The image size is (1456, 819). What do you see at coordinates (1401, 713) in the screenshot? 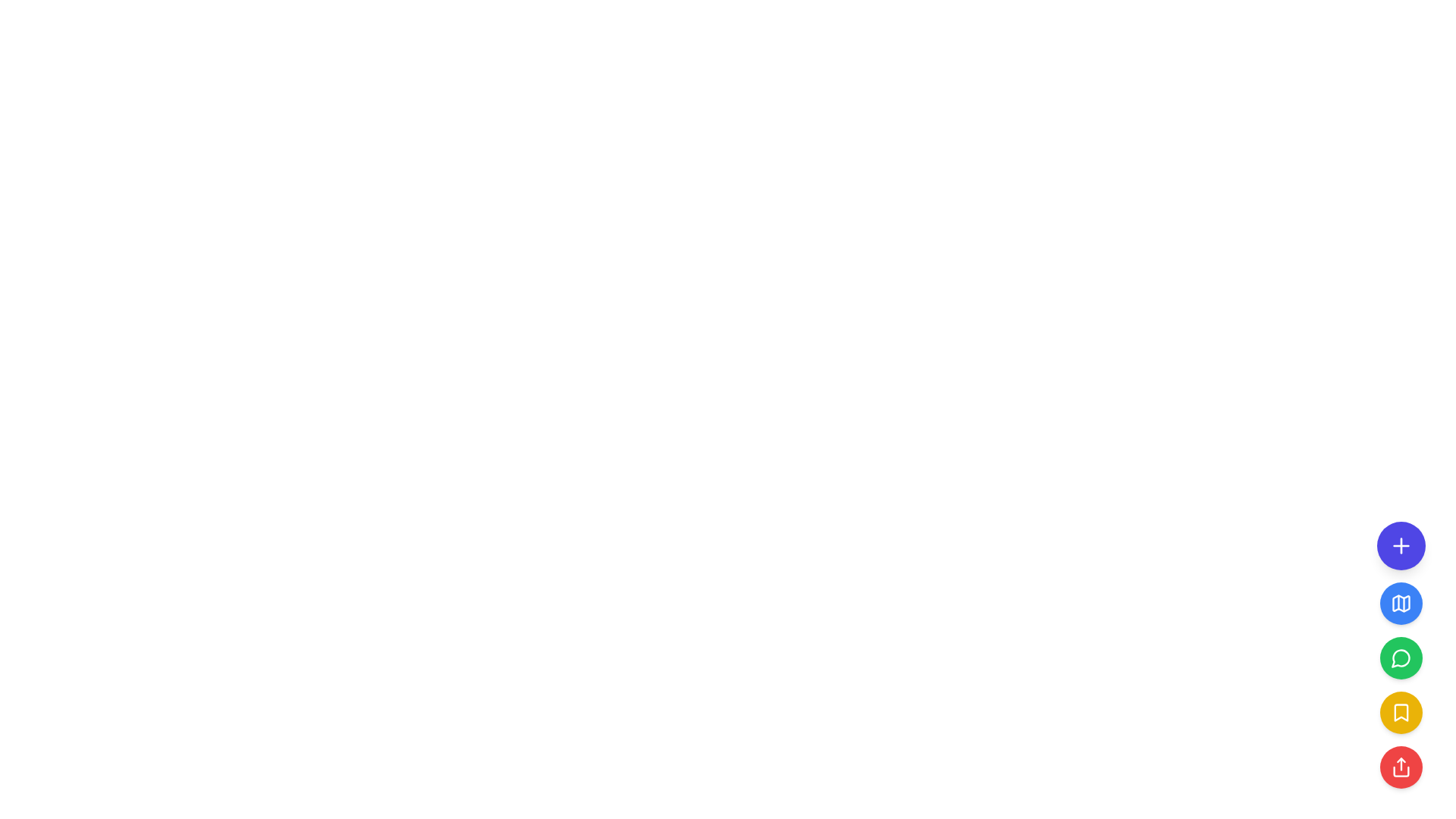
I see `the fourth circular button in the vertical stack on the right side of the interface` at bounding box center [1401, 713].